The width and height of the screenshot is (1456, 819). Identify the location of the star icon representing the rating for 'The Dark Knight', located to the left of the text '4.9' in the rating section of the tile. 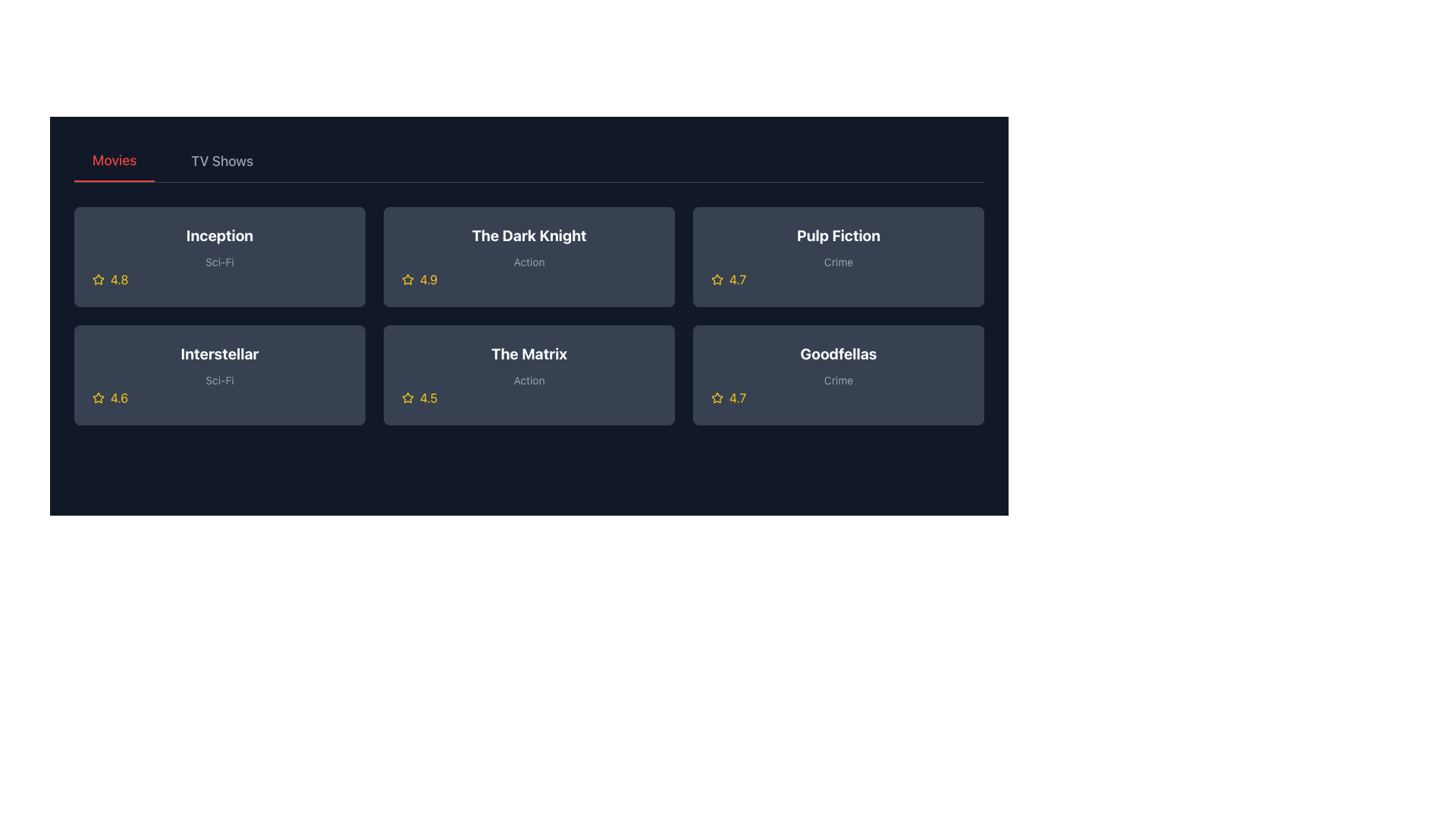
(407, 280).